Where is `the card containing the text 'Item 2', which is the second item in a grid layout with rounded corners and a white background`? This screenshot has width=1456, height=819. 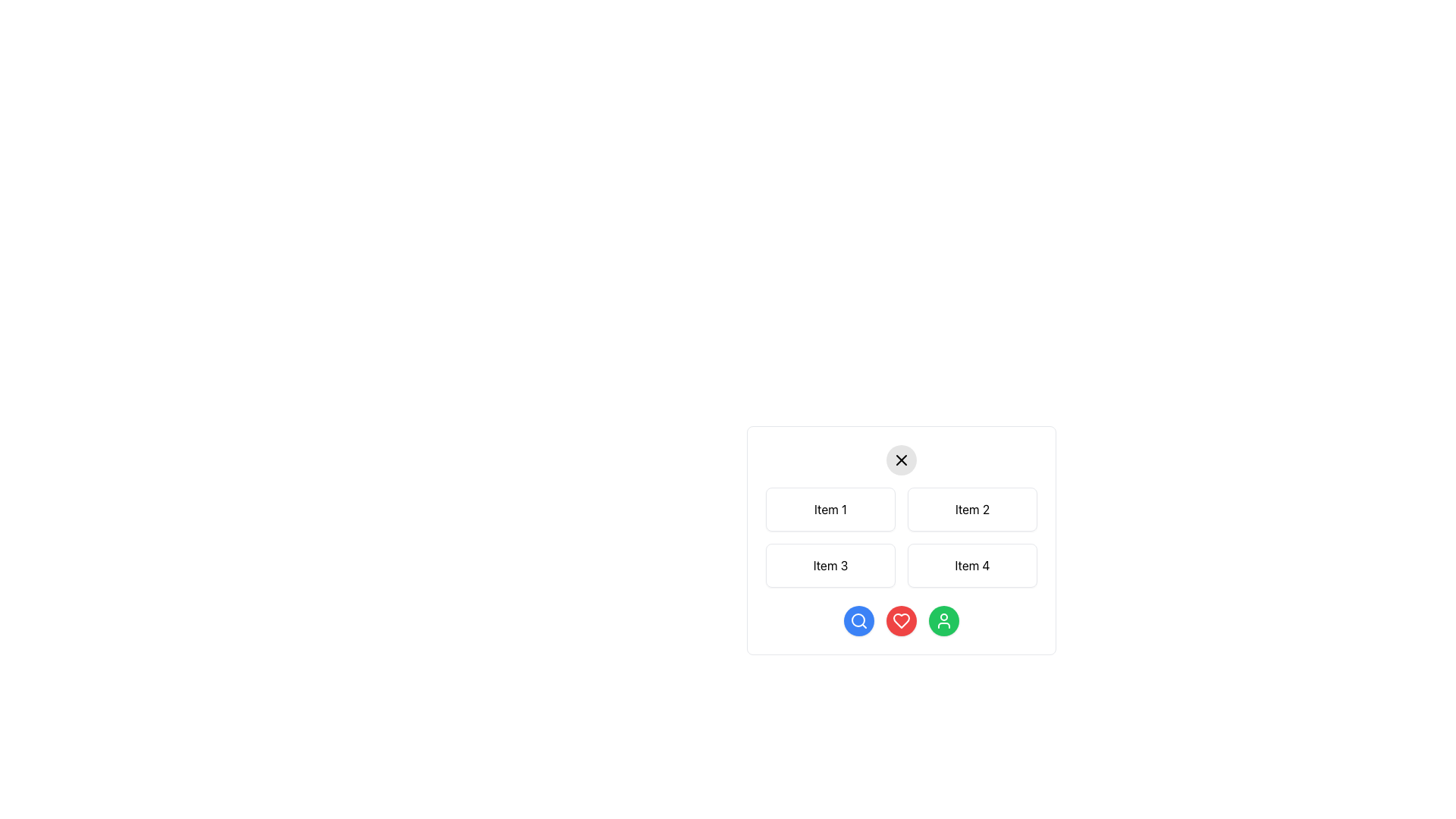 the card containing the text 'Item 2', which is the second item in a grid layout with rounded corners and a white background is located at coordinates (972, 509).